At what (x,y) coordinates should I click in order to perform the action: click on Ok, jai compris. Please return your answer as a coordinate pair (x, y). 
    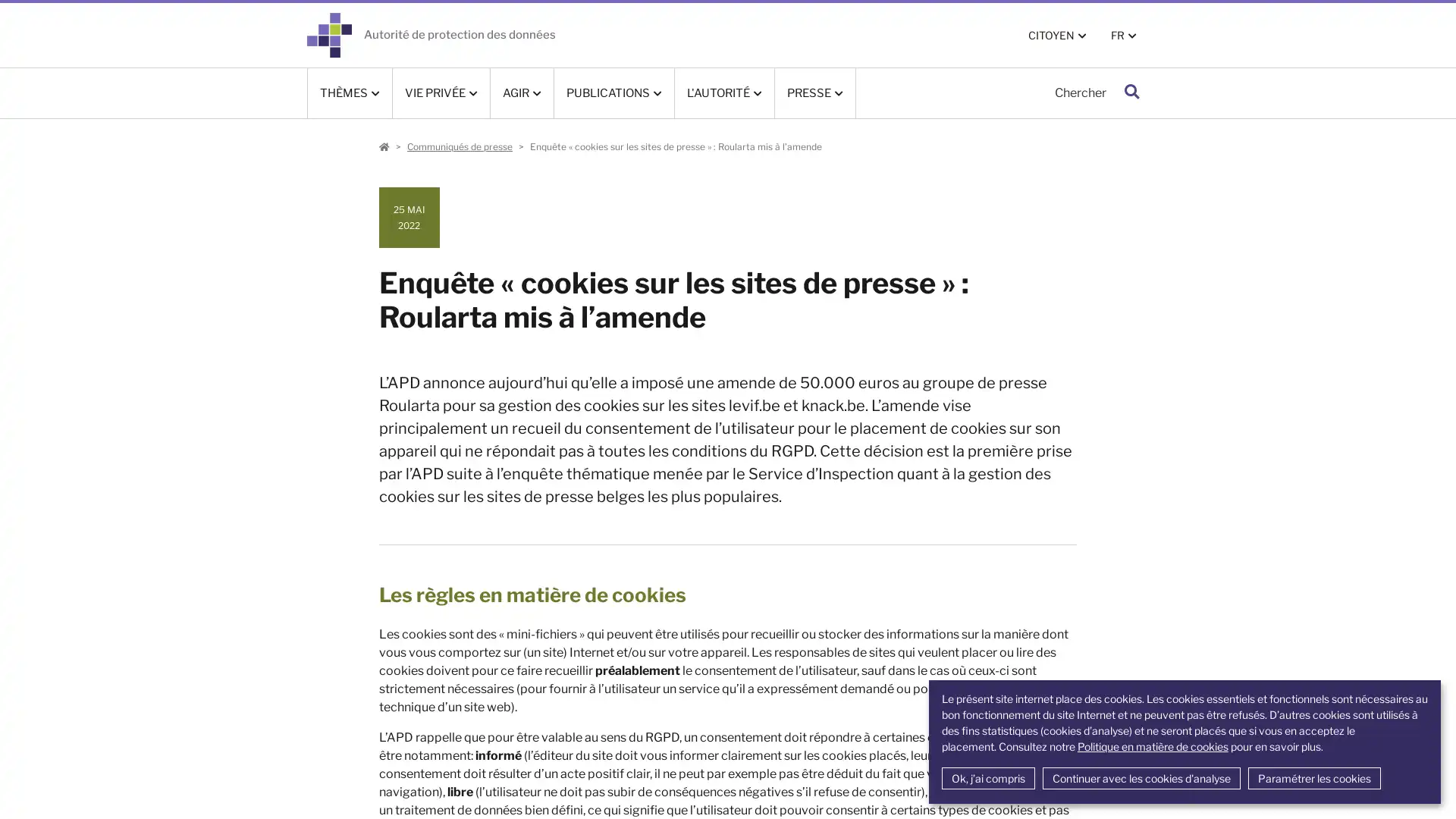
    Looking at the image, I should click on (987, 778).